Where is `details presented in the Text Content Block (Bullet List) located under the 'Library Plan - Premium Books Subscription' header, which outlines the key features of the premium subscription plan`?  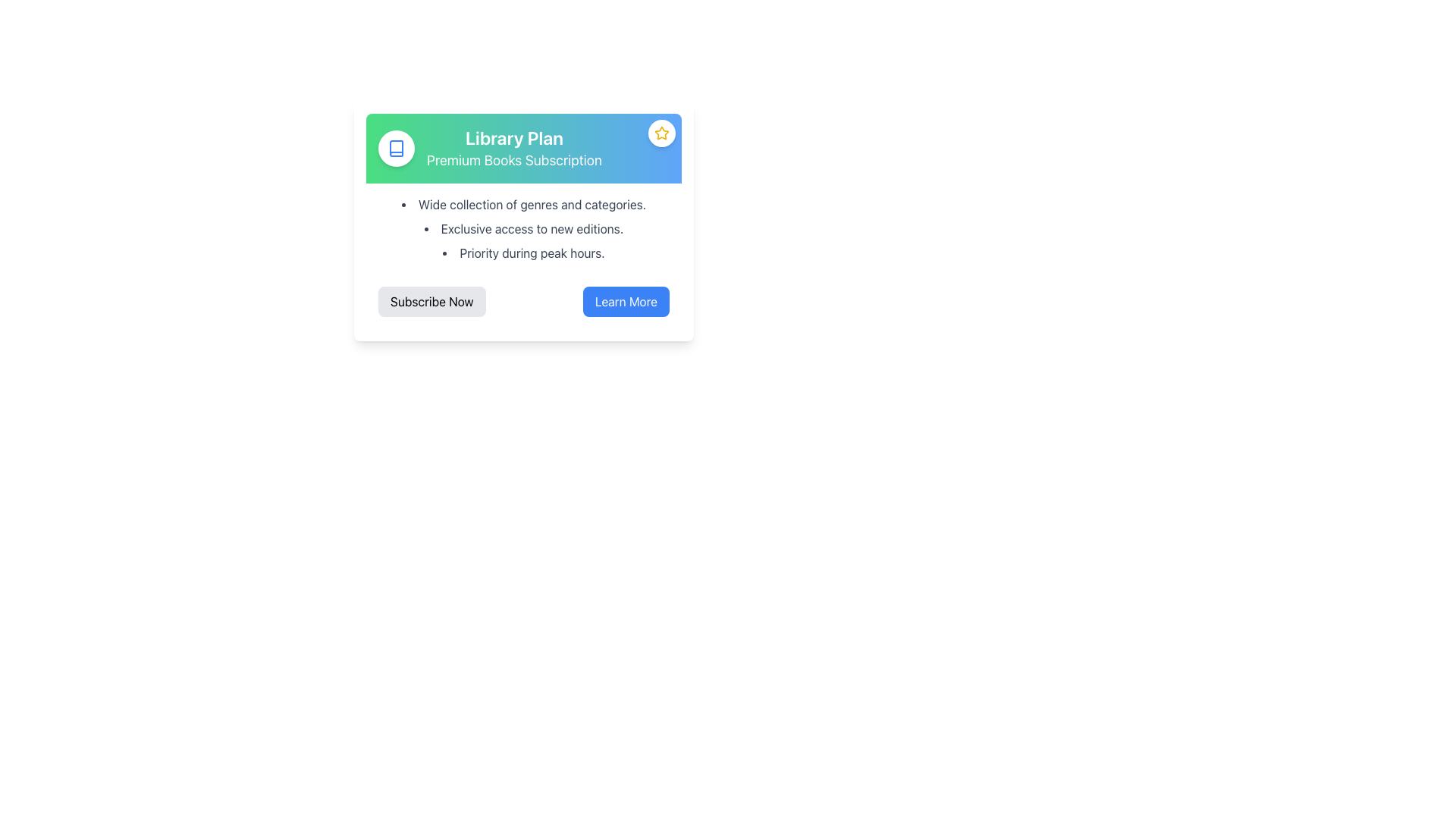 details presented in the Text Content Block (Bullet List) located under the 'Library Plan - Premium Books Subscription' header, which outlines the key features of the premium subscription plan is located at coordinates (524, 228).